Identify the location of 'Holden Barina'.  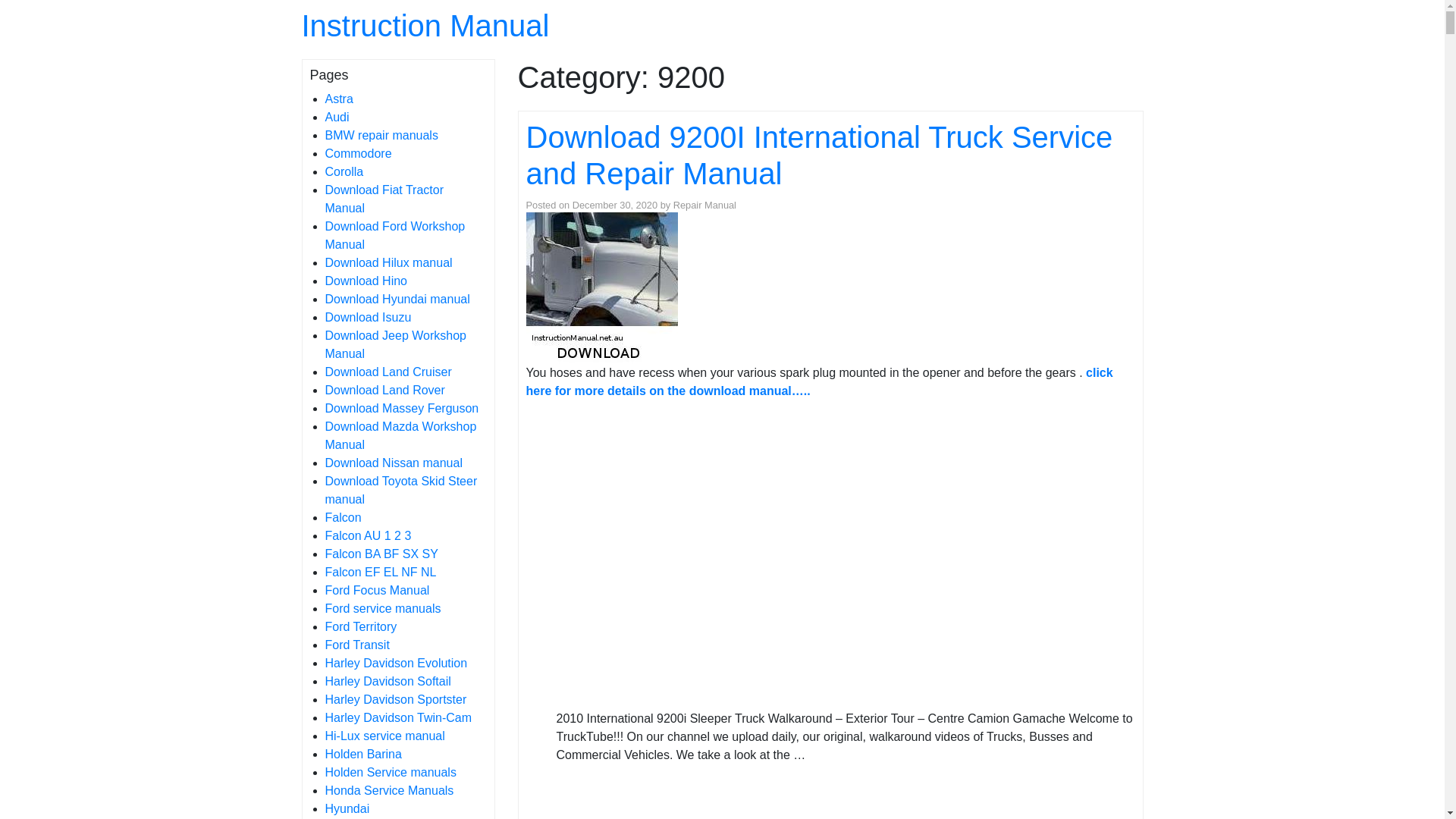
(362, 754).